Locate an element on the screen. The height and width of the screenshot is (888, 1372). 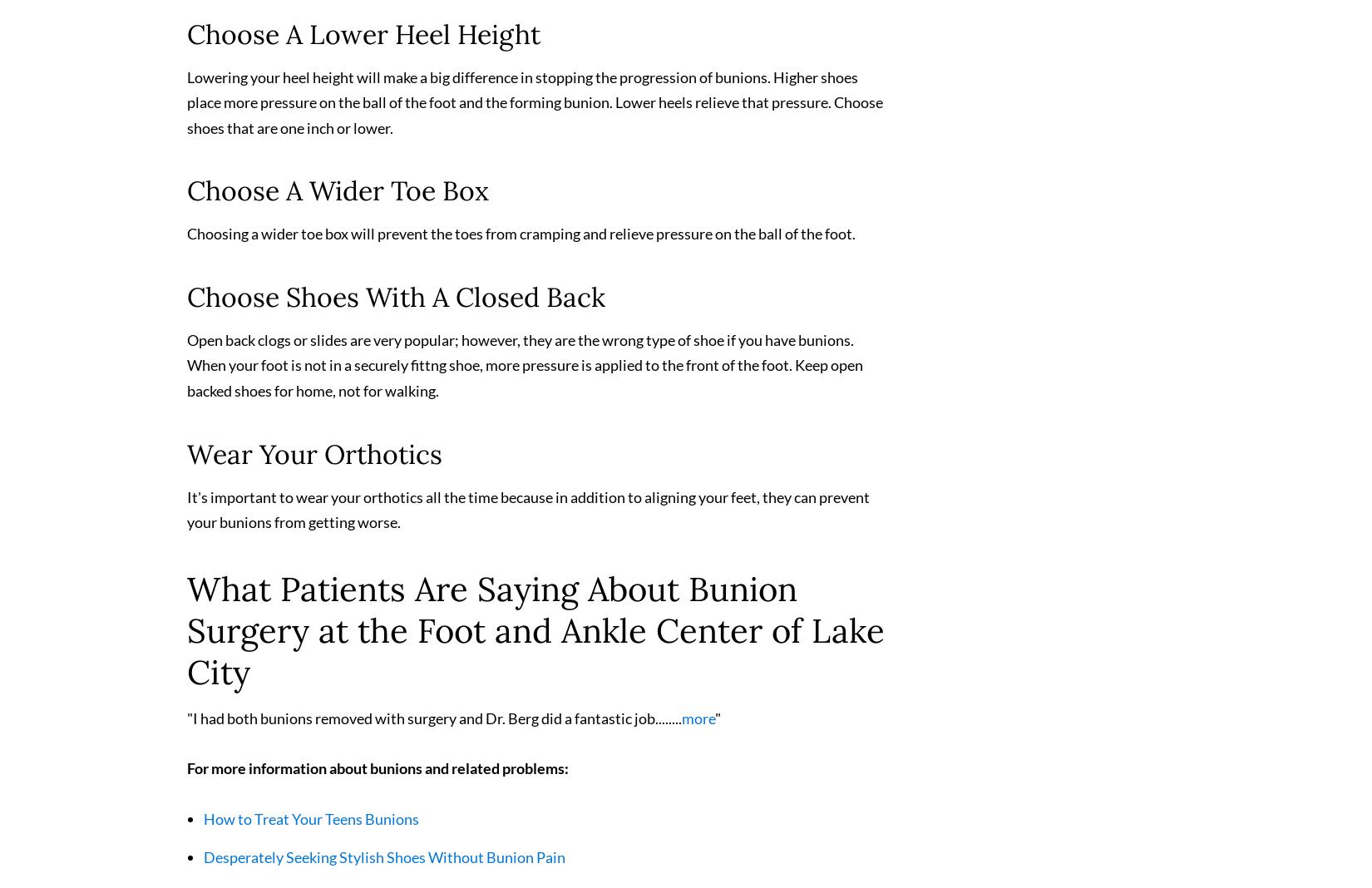
'Choose A Lower Heel Height' is located at coordinates (363, 40).